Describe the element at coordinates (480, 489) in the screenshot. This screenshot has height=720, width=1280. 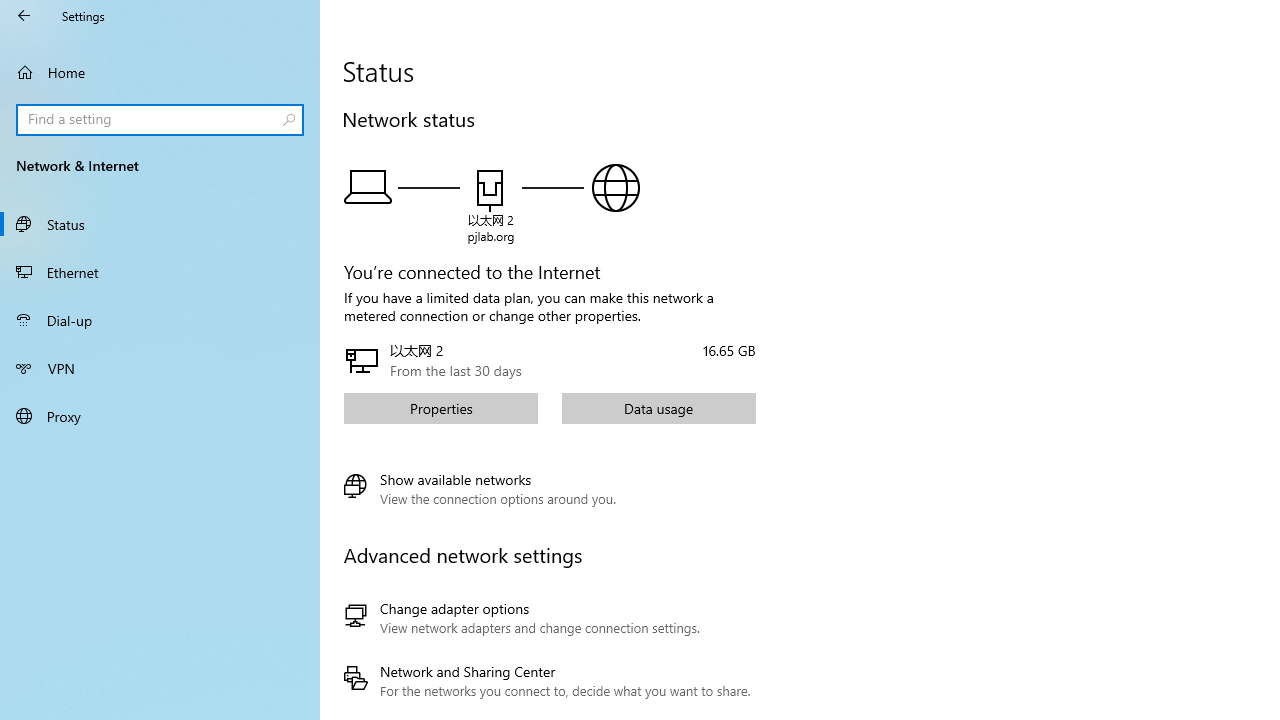
I see `'Show available networks'` at that location.